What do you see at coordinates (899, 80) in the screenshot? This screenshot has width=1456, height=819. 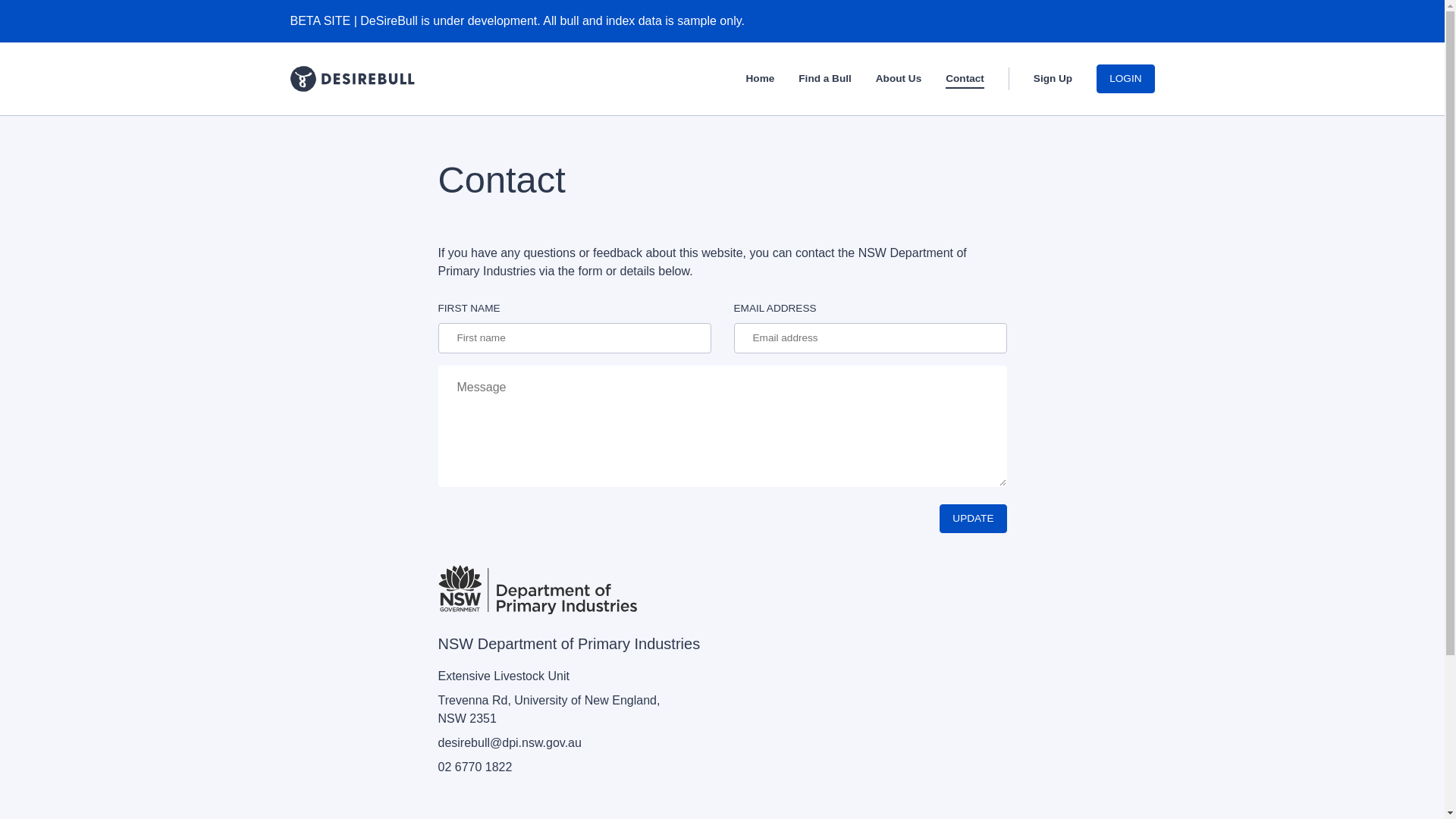 I see `'About Us'` at bounding box center [899, 80].